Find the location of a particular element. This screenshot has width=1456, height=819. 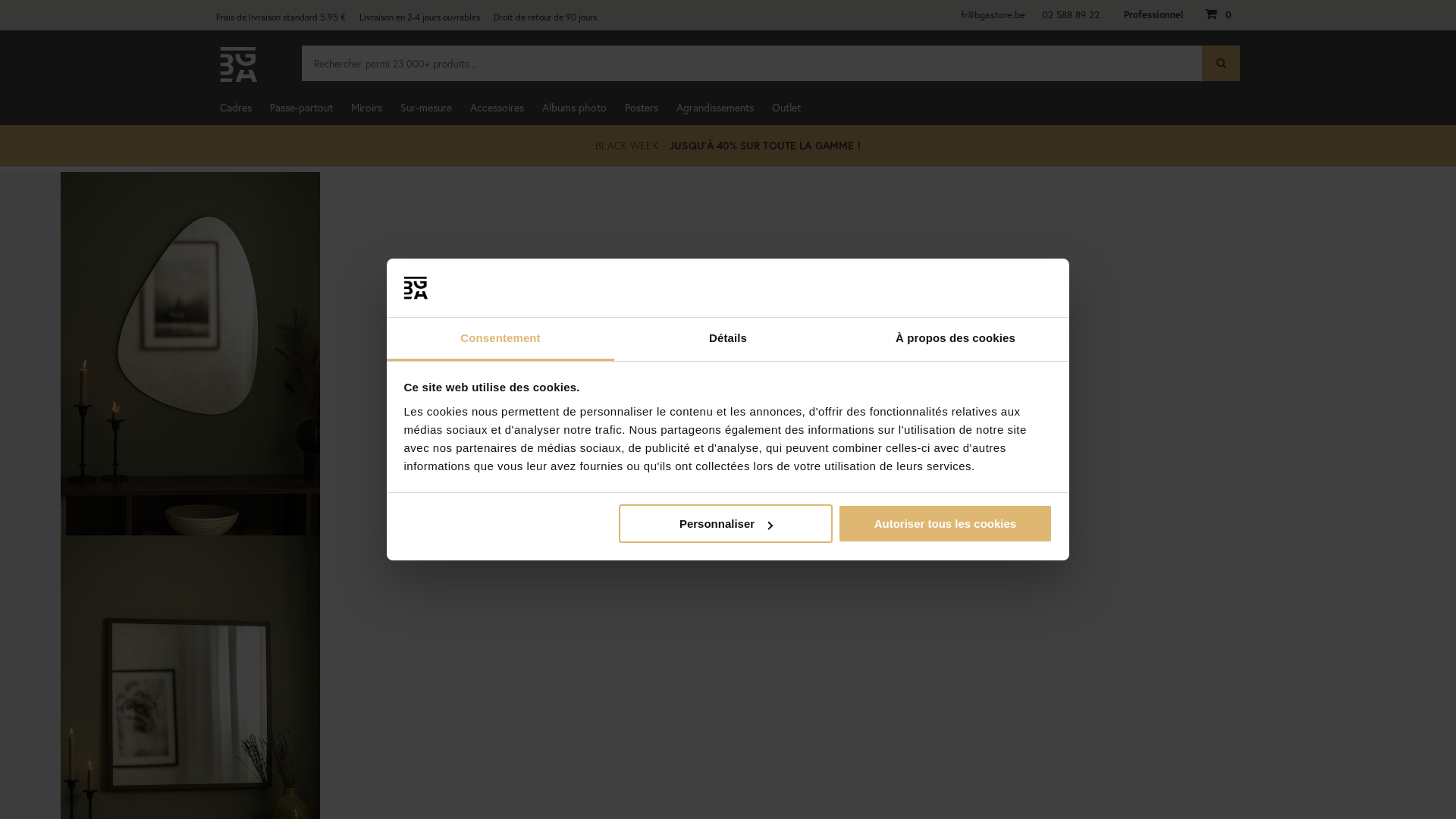

'Personnaliser' is located at coordinates (724, 522).